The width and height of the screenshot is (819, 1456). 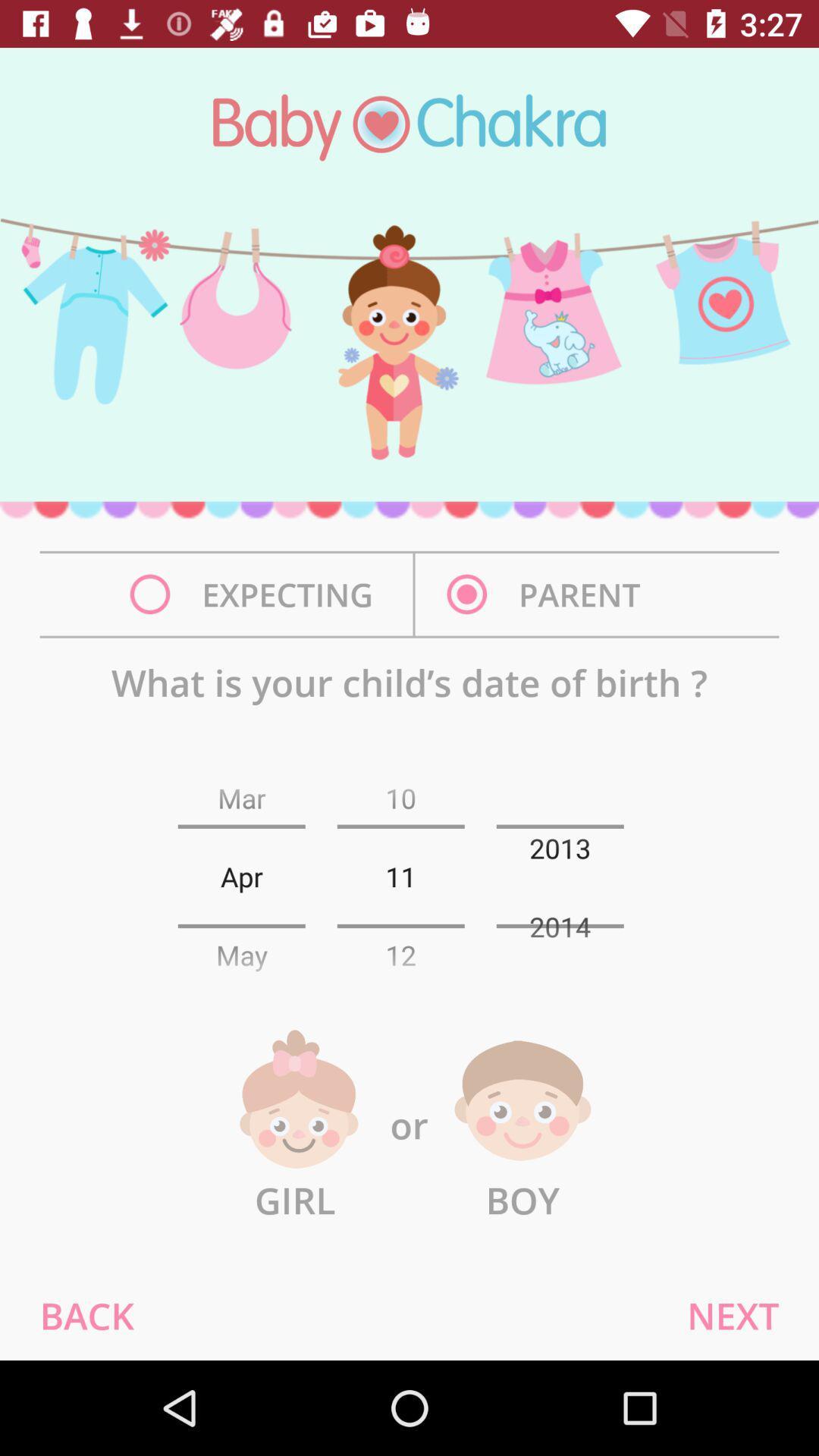 I want to click on the back, so click(x=86, y=1314).